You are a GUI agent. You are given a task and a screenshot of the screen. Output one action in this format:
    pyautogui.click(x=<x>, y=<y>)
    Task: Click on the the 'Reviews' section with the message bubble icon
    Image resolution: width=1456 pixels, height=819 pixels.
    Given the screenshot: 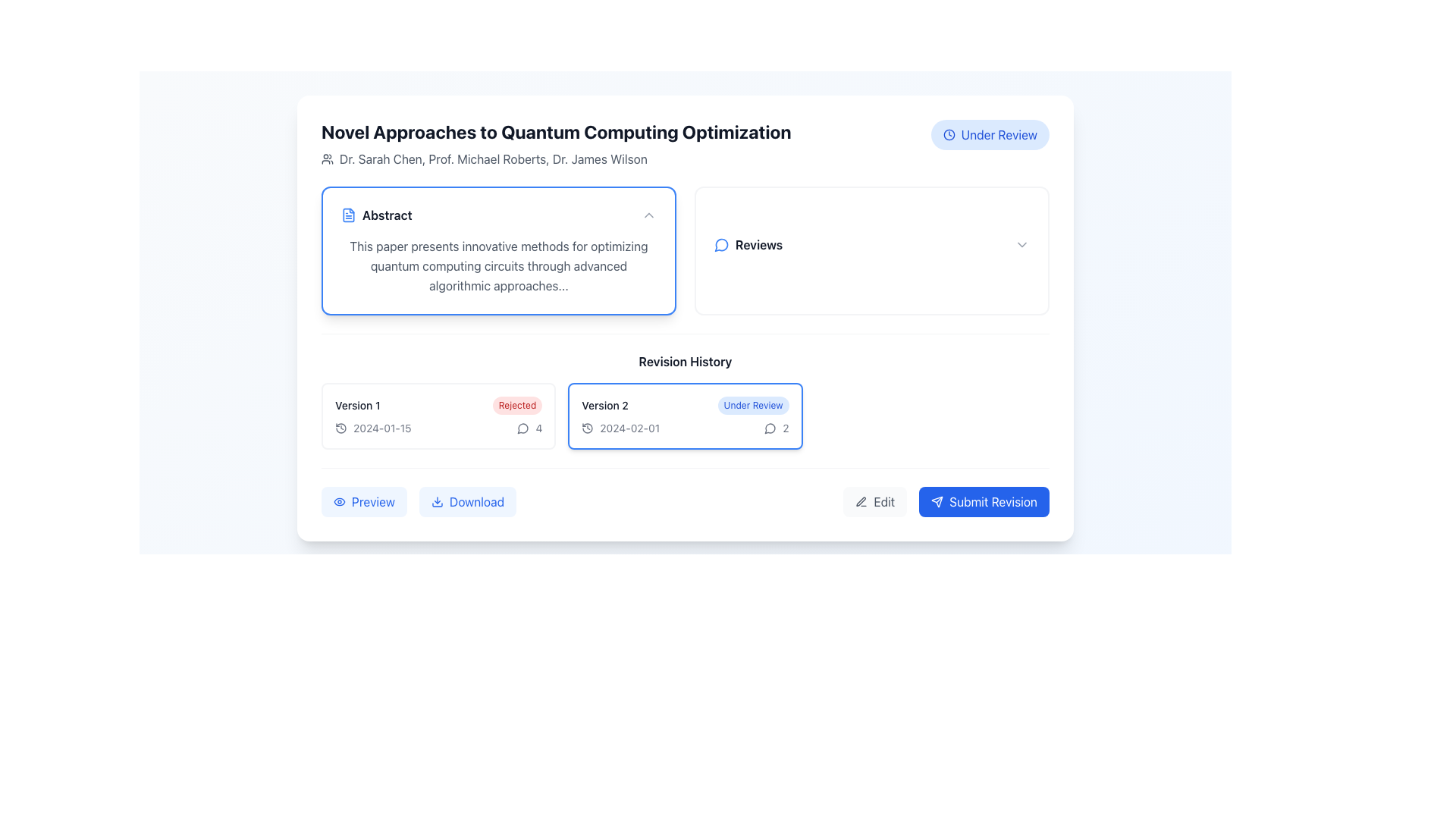 What is the action you would take?
    pyautogui.click(x=872, y=244)
    